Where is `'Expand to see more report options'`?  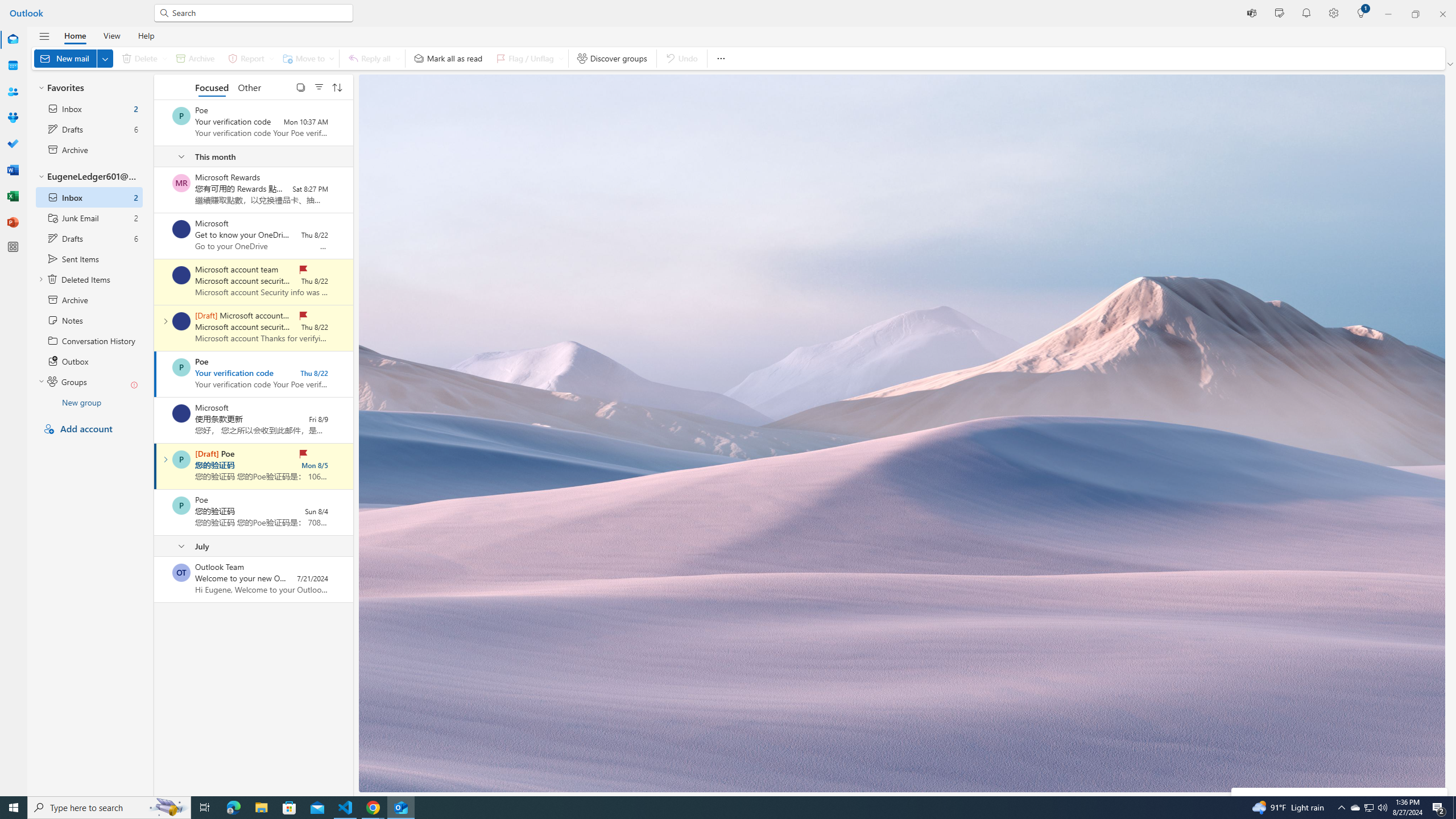 'Expand to see more report options' is located at coordinates (271, 58).